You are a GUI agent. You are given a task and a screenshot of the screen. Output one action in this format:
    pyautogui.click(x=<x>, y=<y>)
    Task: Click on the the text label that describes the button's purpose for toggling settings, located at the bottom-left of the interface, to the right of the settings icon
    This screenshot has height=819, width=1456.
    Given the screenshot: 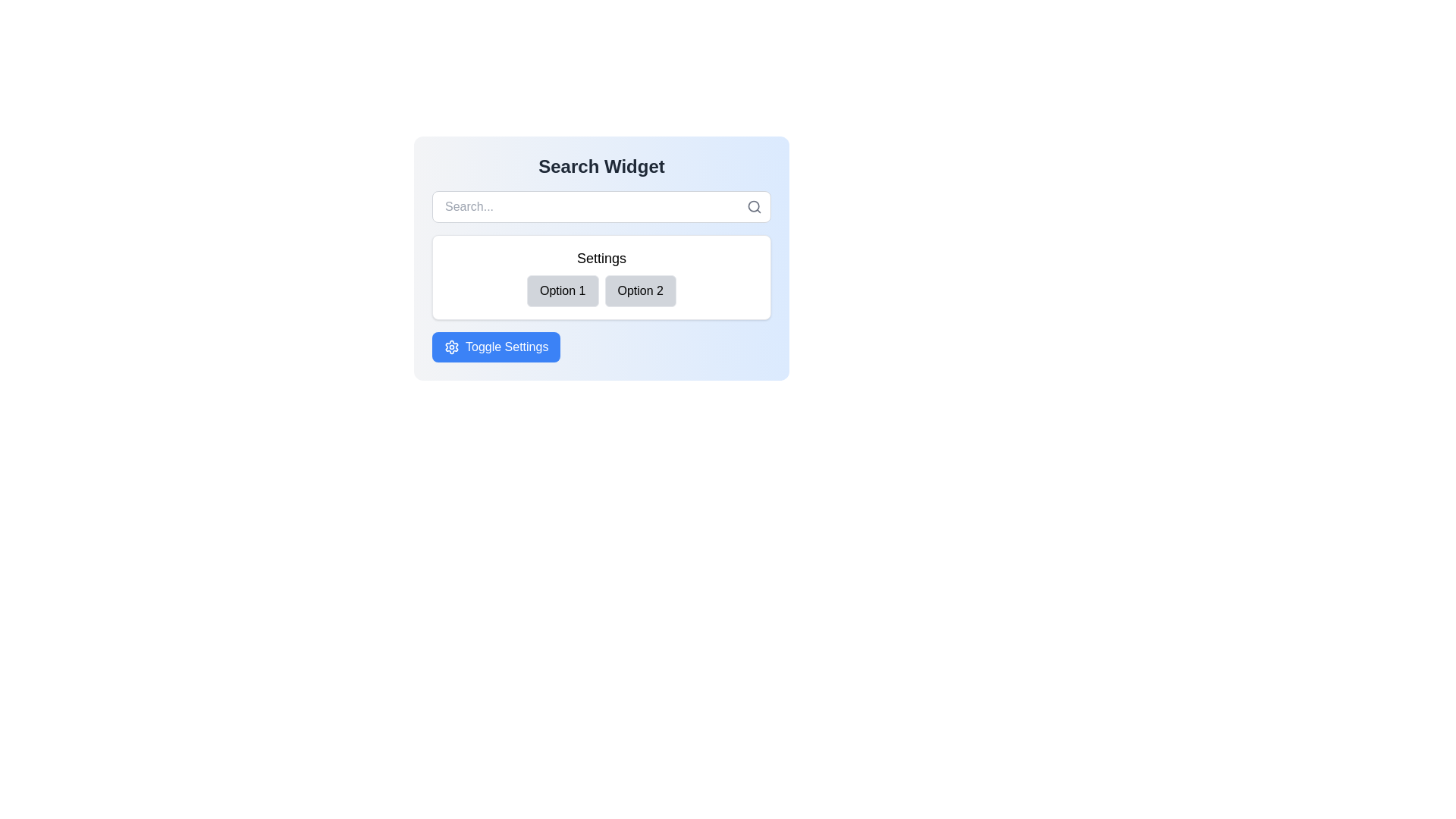 What is the action you would take?
    pyautogui.click(x=507, y=347)
    